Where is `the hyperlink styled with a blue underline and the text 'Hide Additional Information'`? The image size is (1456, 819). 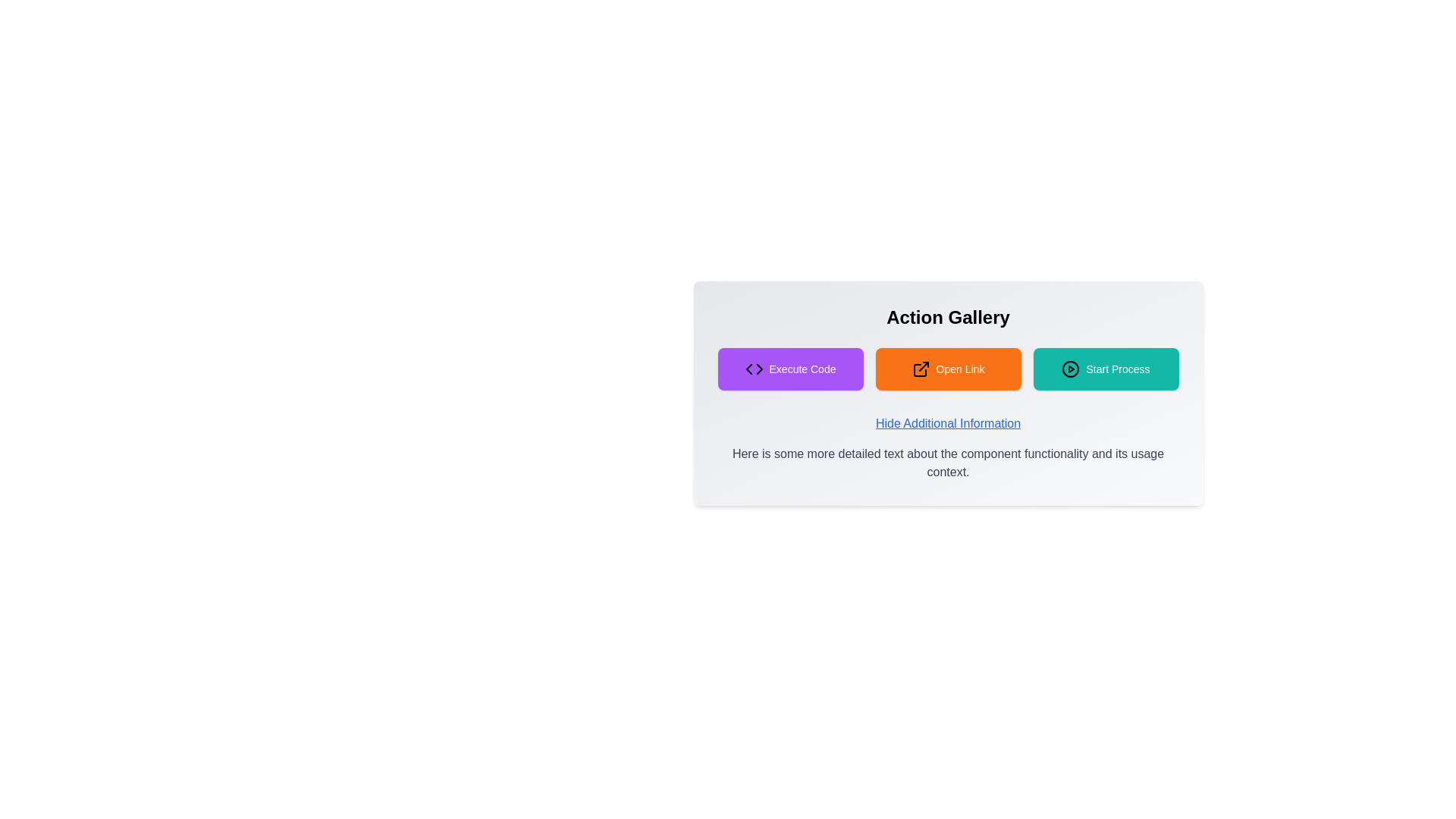 the hyperlink styled with a blue underline and the text 'Hide Additional Information' is located at coordinates (947, 424).